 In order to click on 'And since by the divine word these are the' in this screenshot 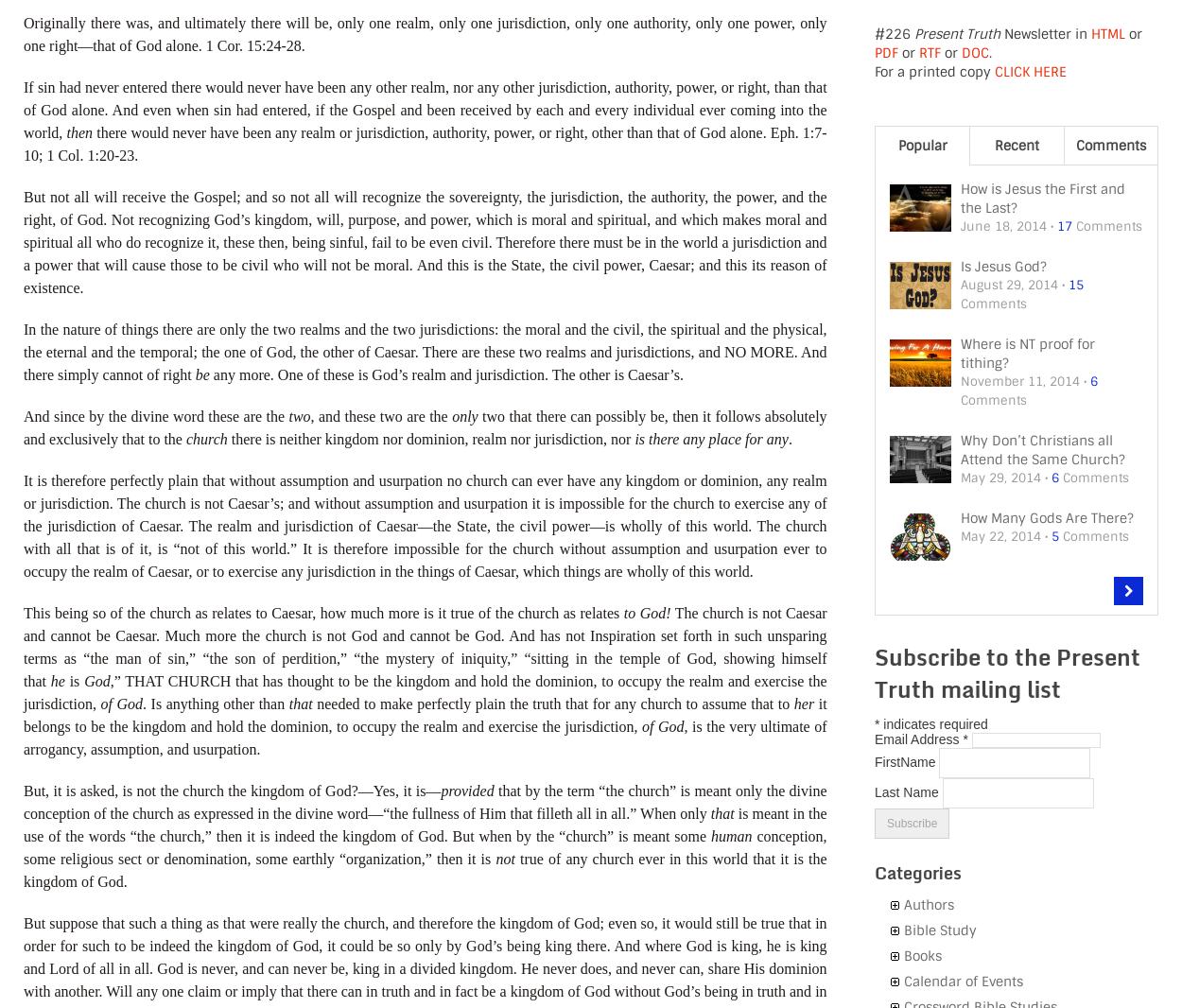, I will do `click(156, 415)`.